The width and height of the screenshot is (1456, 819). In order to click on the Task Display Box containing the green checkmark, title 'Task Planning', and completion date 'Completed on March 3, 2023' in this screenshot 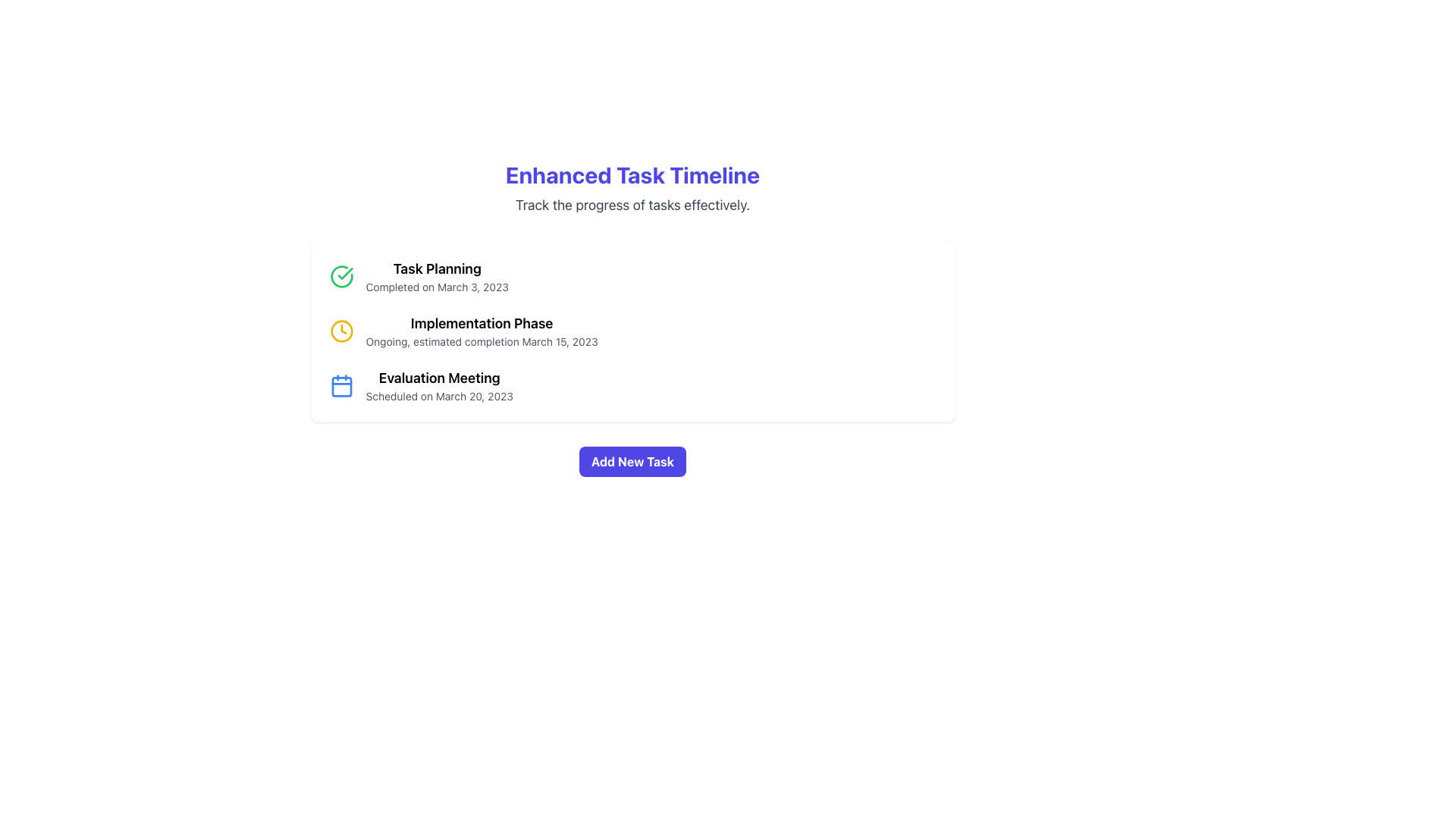, I will do `click(632, 277)`.